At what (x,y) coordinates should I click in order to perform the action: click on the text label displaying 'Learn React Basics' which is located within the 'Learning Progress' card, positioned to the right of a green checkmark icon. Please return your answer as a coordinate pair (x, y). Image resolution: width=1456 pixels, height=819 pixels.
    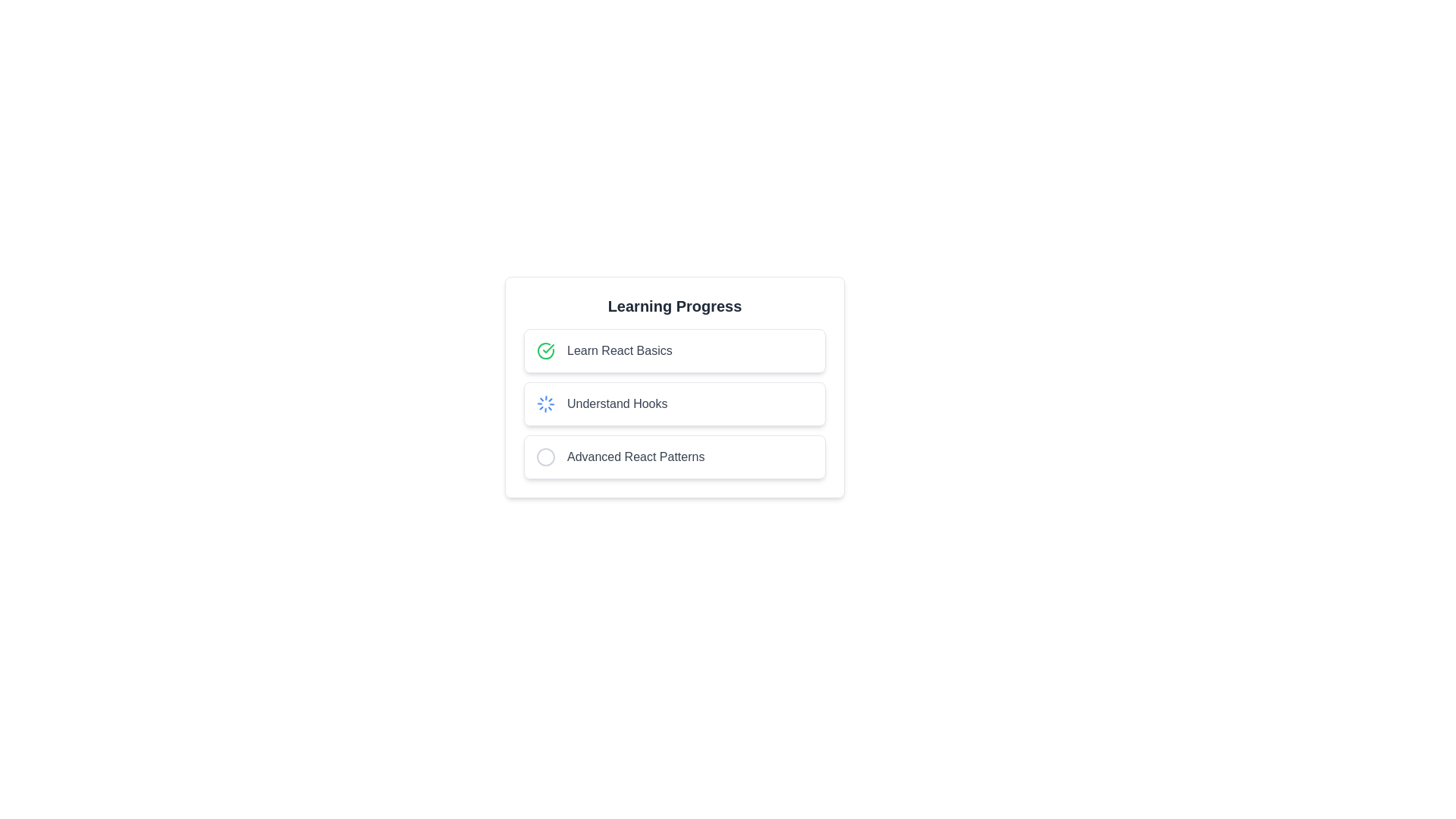
    Looking at the image, I should click on (620, 350).